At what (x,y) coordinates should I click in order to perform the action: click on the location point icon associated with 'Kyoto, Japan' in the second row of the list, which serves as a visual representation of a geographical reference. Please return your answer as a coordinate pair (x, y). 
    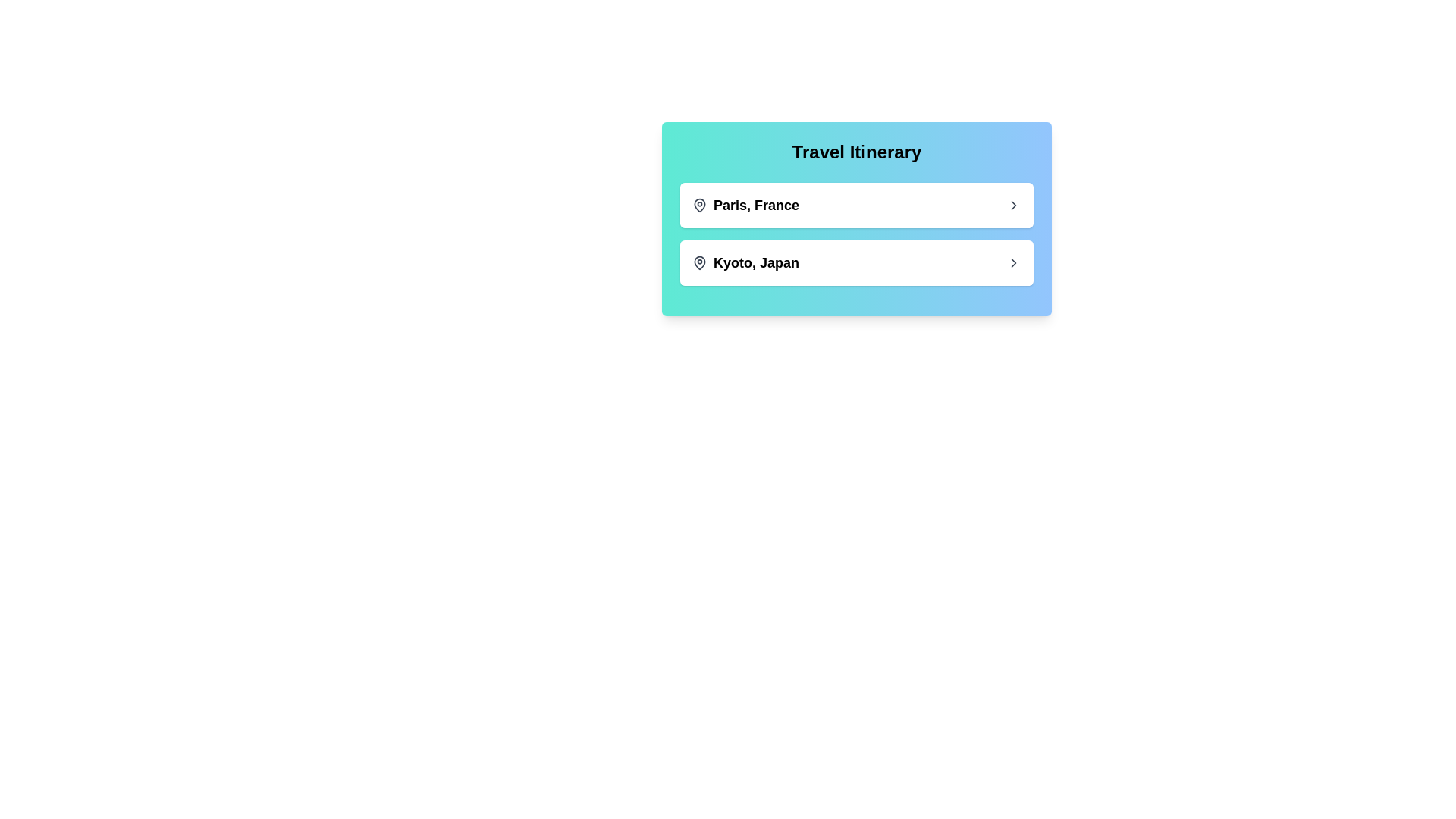
    Looking at the image, I should click on (698, 262).